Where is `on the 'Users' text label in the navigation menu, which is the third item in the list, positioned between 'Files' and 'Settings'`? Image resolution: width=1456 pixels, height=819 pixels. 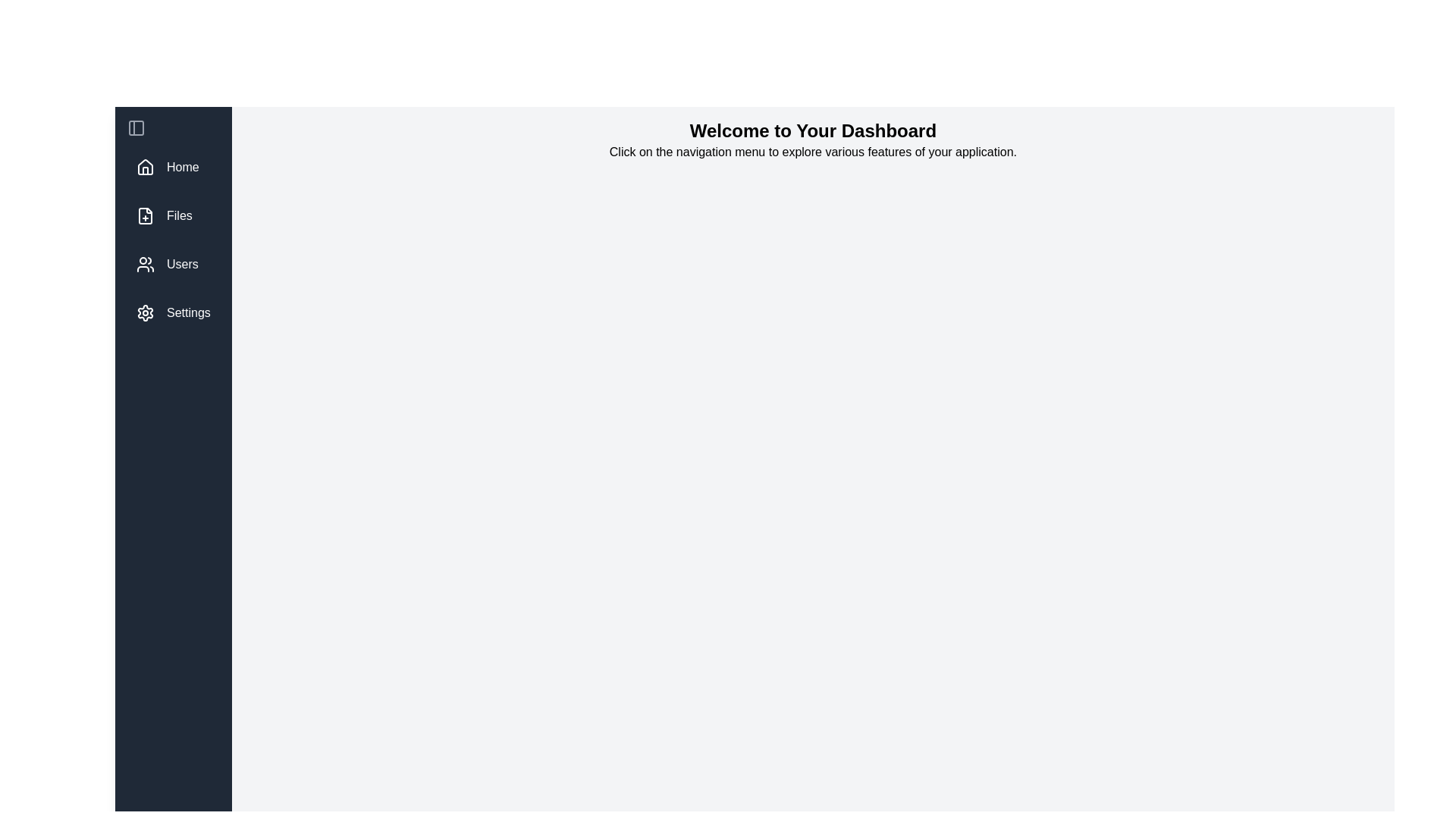 on the 'Users' text label in the navigation menu, which is the third item in the list, positioned between 'Files' and 'Settings' is located at coordinates (182, 263).